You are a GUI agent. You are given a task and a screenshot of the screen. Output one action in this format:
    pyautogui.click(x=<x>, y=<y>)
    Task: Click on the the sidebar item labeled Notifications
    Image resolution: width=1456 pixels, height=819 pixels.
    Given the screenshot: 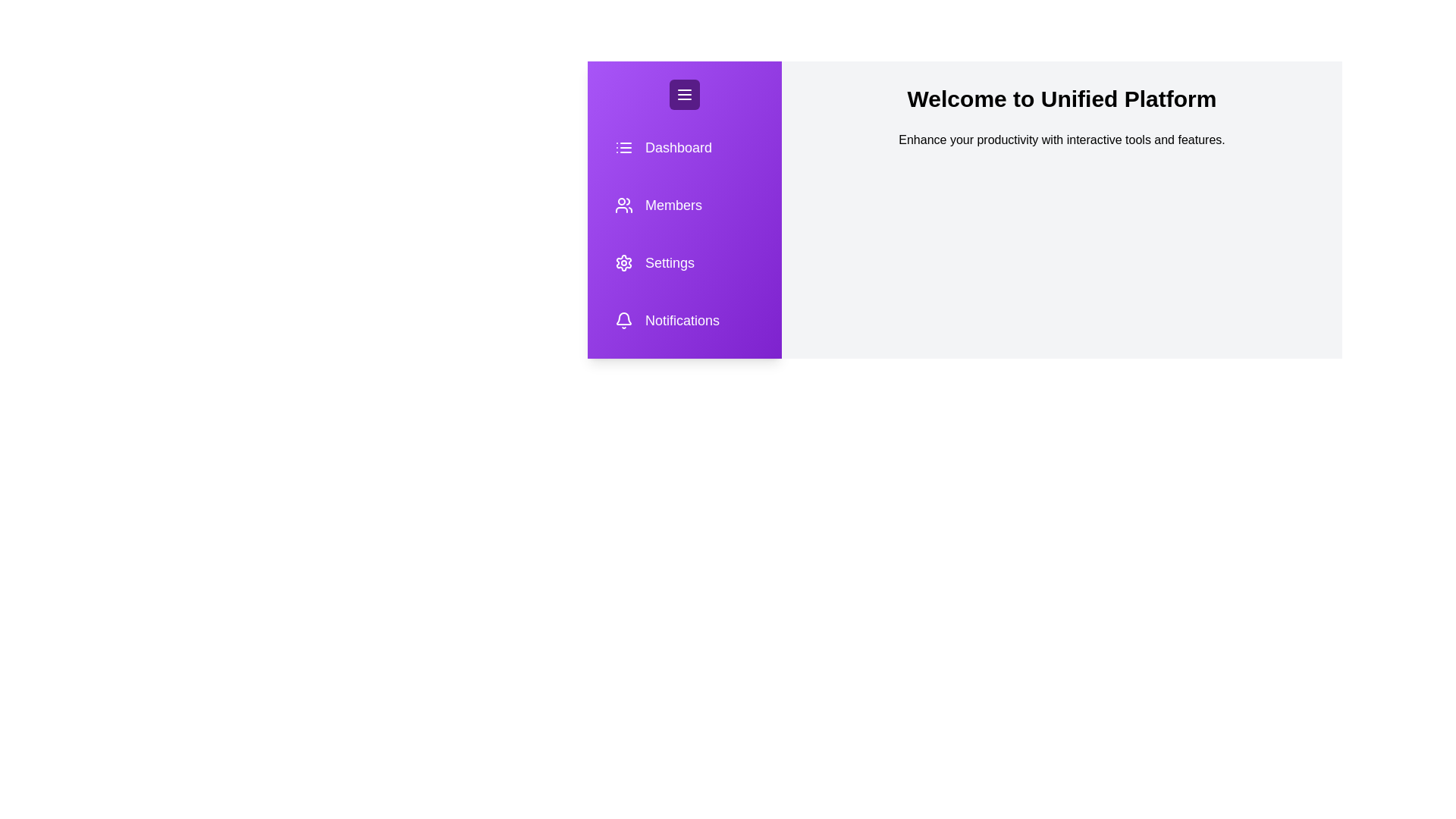 What is the action you would take?
    pyautogui.click(x=683, y=320)
    